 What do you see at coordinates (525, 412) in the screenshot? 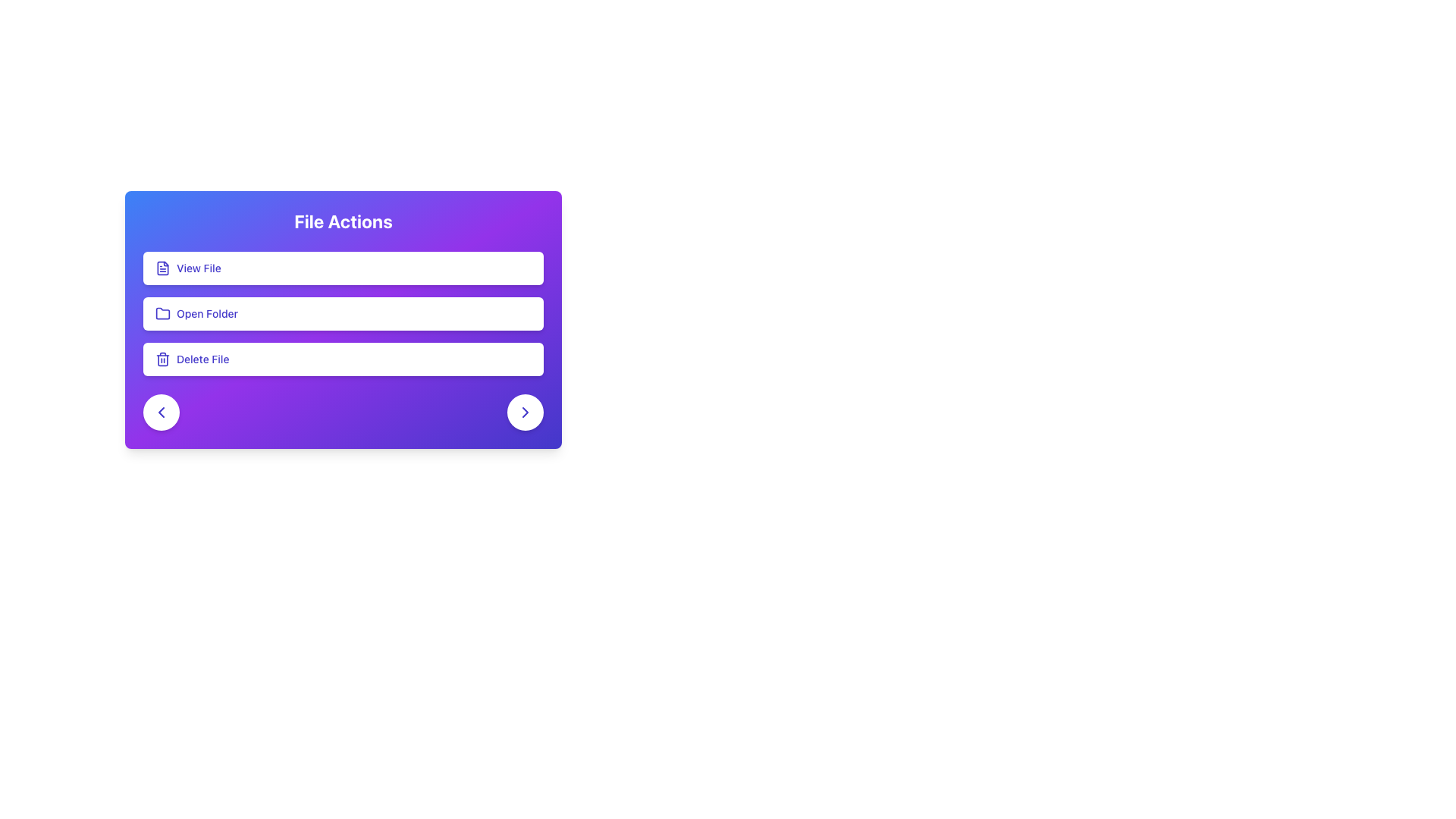
I see `the circular navigation button located at the bottom right corner of the 'File Actions' card interface` at bounding box center [525, 412].